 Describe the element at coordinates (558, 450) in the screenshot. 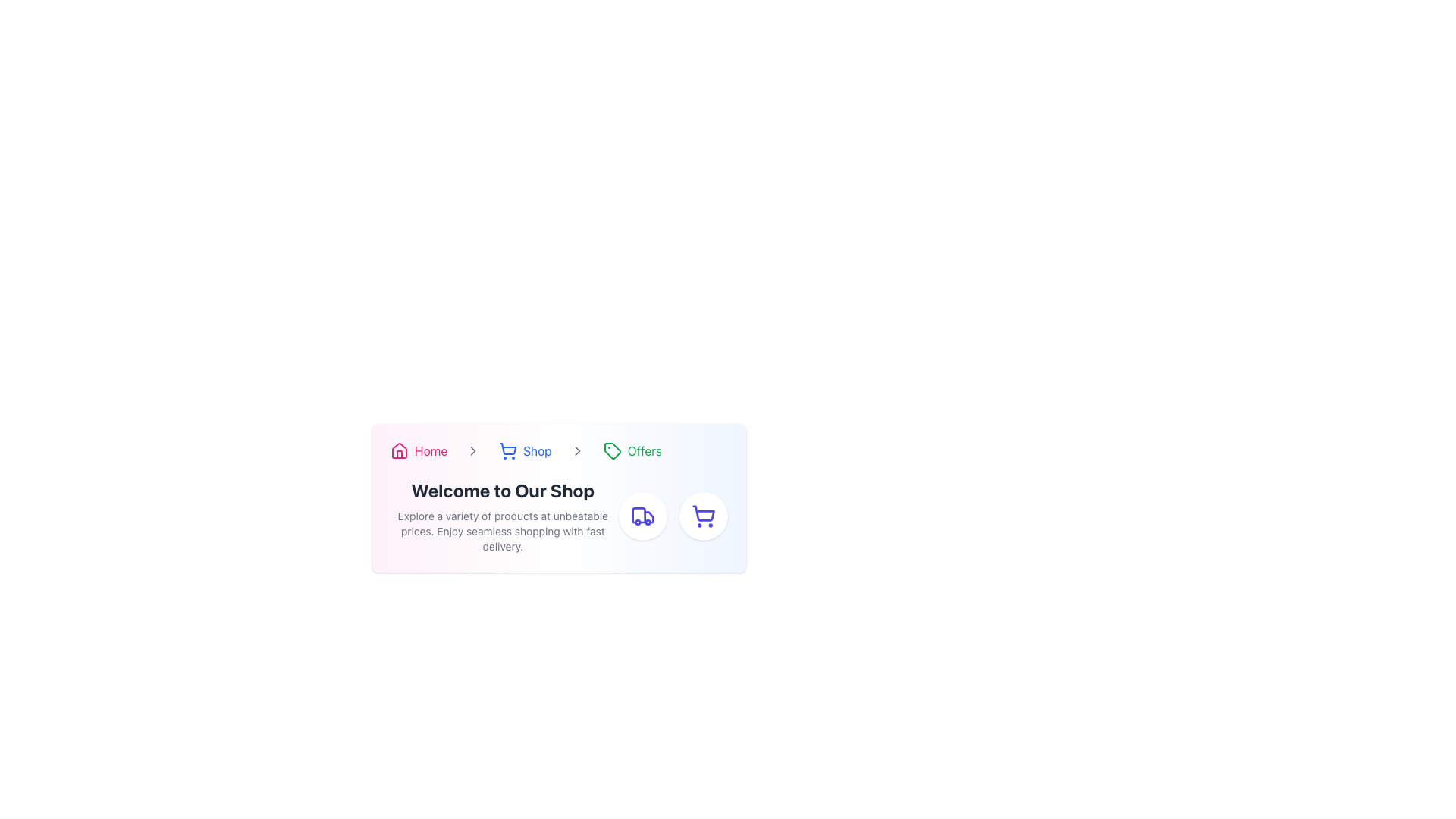

I see `the Breadcrumb navigation bar located at the top of the card, which includes sections like 'Home', 'Shop', and 'Offers'` at that location.